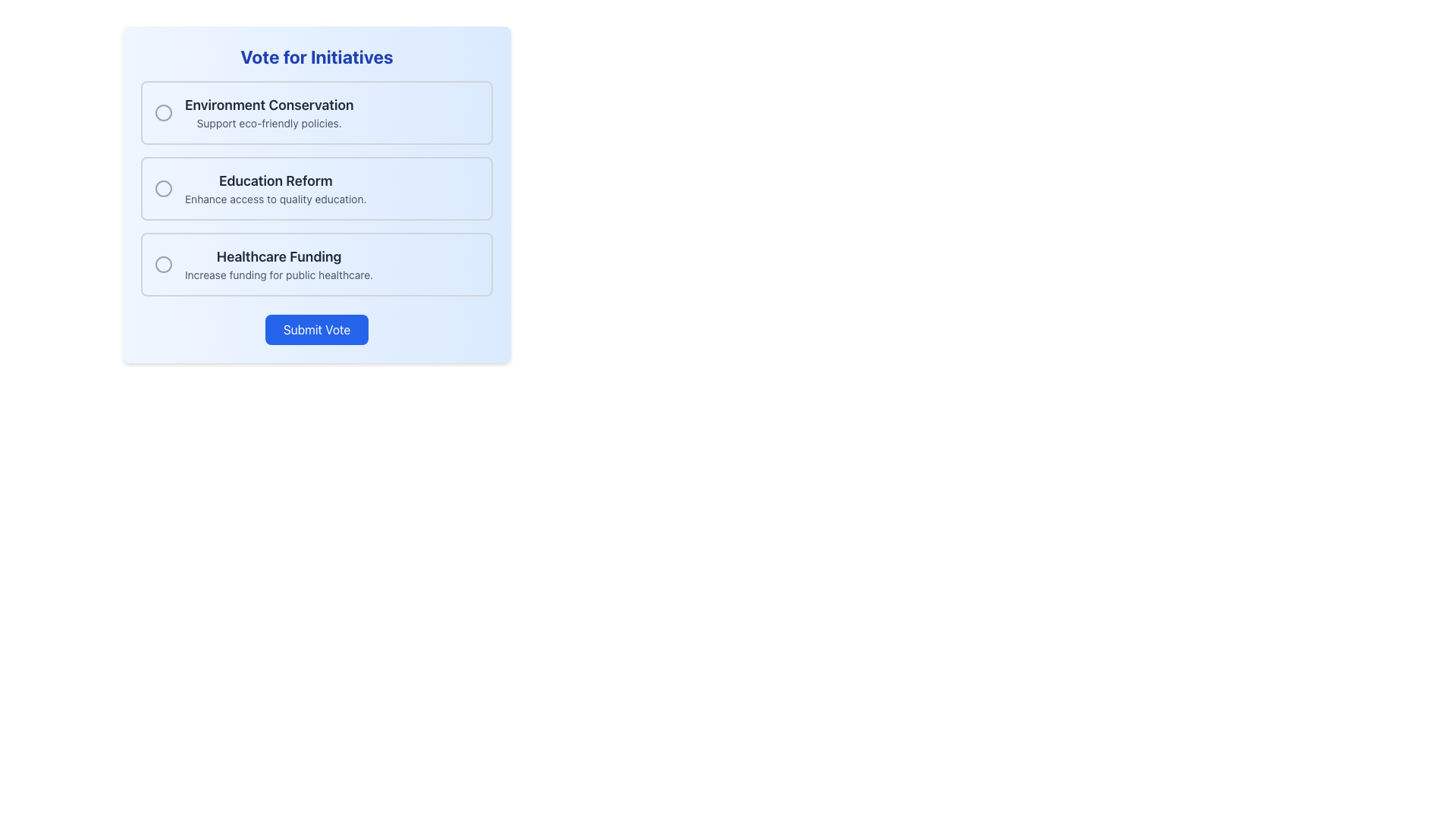 The image size is (1456, 819). What do you see at coordinates (315, 194) in the screenshot?
I see `one of the options in the central voting group, which is a large rounded rectangular component with gradient styling` at bounding box center [315, 194].